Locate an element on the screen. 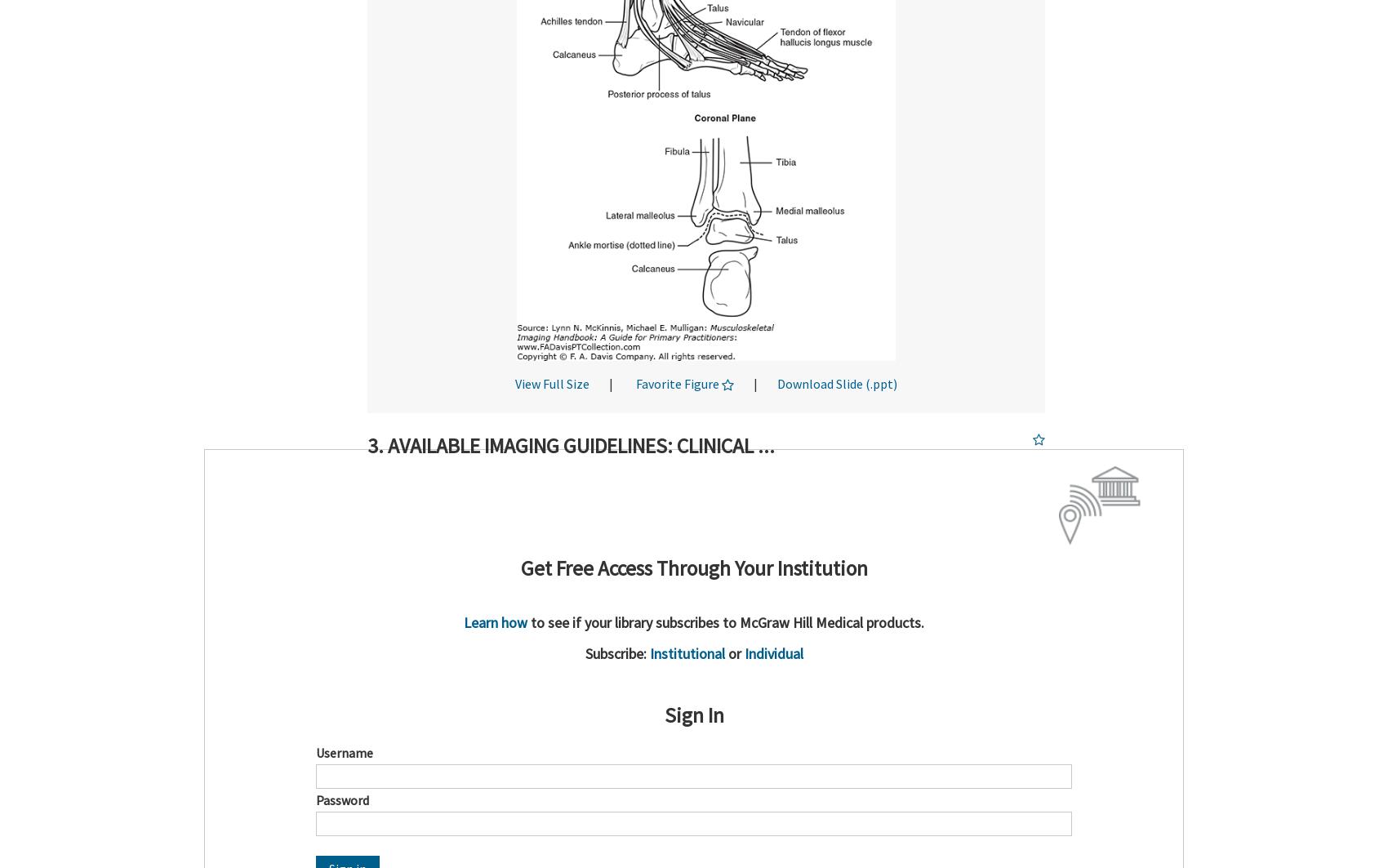  'Download Slide (.ppt)' is located at coordinates (836, 383).